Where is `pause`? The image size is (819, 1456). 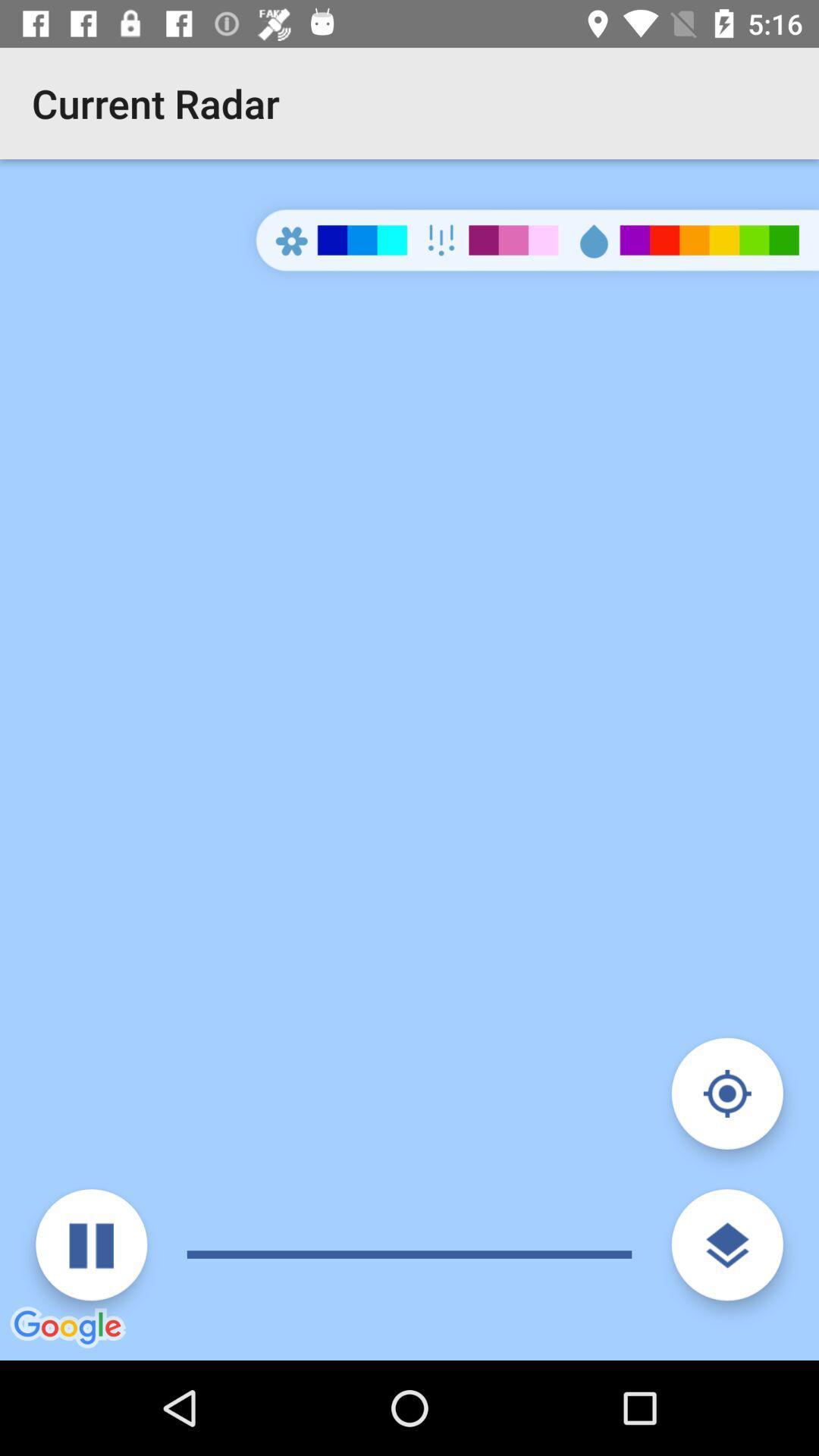 pause is located at coordinates (91, 1244).